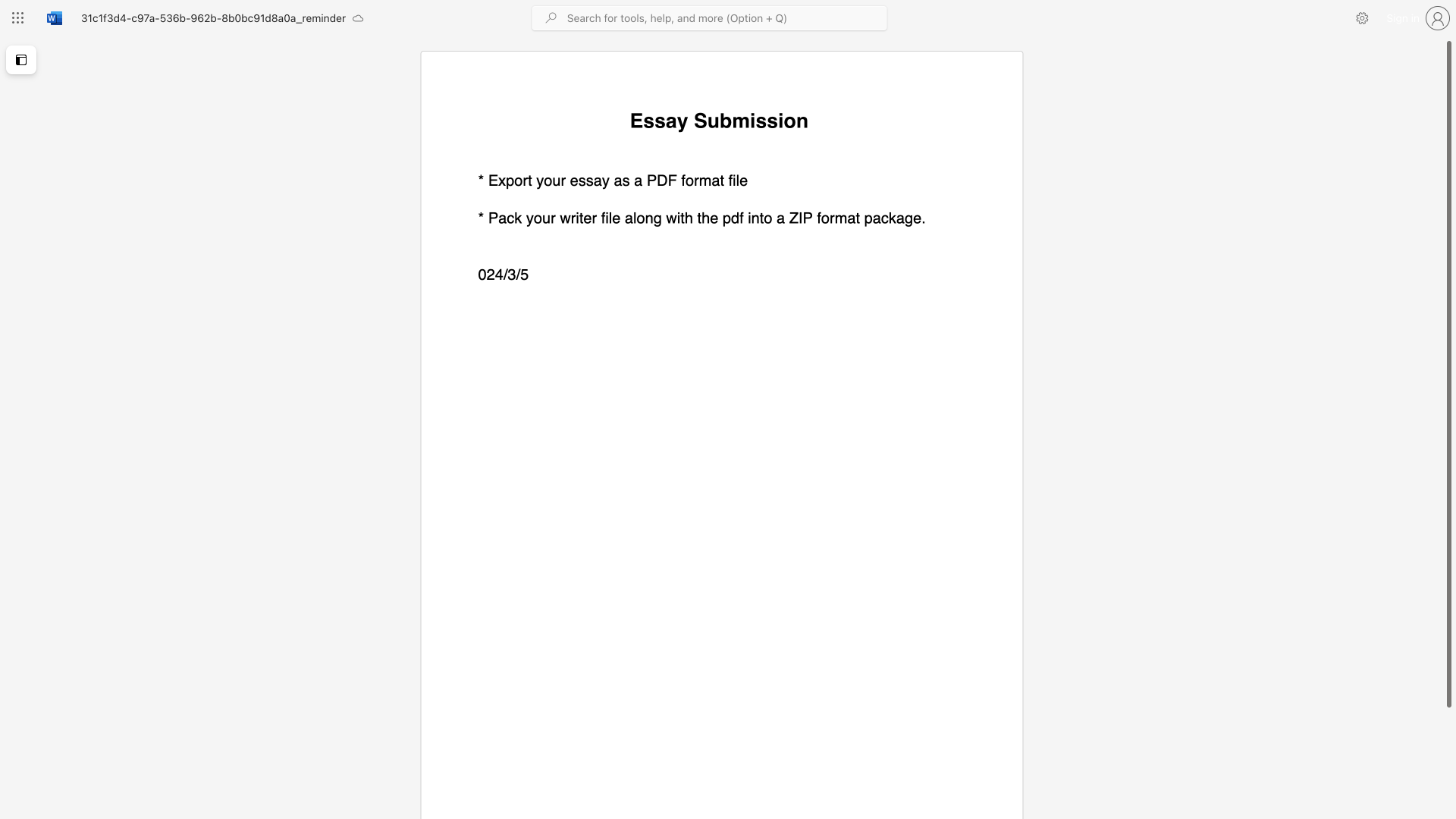 The width and height of the screenshot is (1456, 819). What do you see at coordinates (569, 180) in the screenshot?
I see `the subset text "essa" within the text "* Export your essay"` at bounding box center [569, 180].